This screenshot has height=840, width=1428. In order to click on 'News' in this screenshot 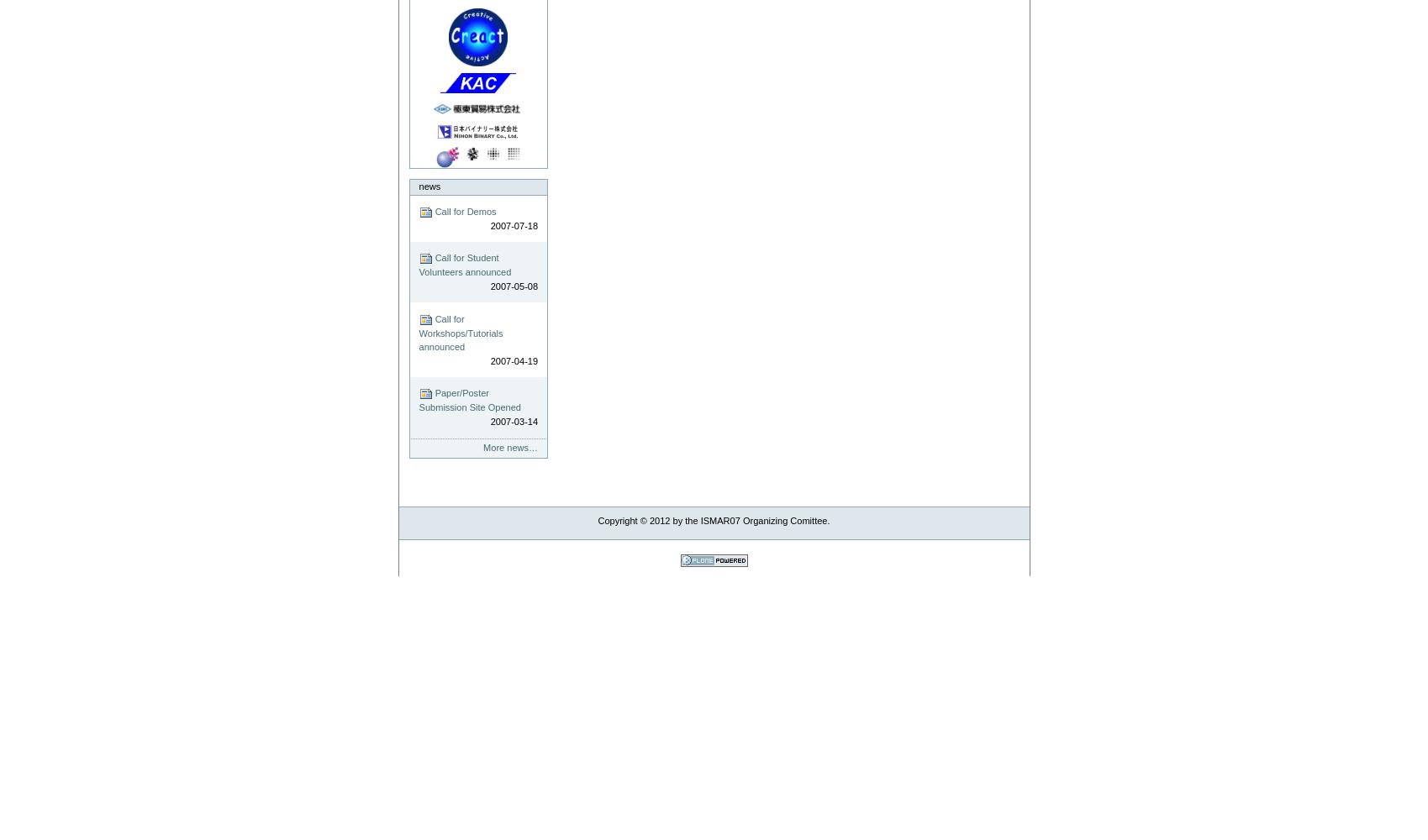, I will do `click(429, 185)`.